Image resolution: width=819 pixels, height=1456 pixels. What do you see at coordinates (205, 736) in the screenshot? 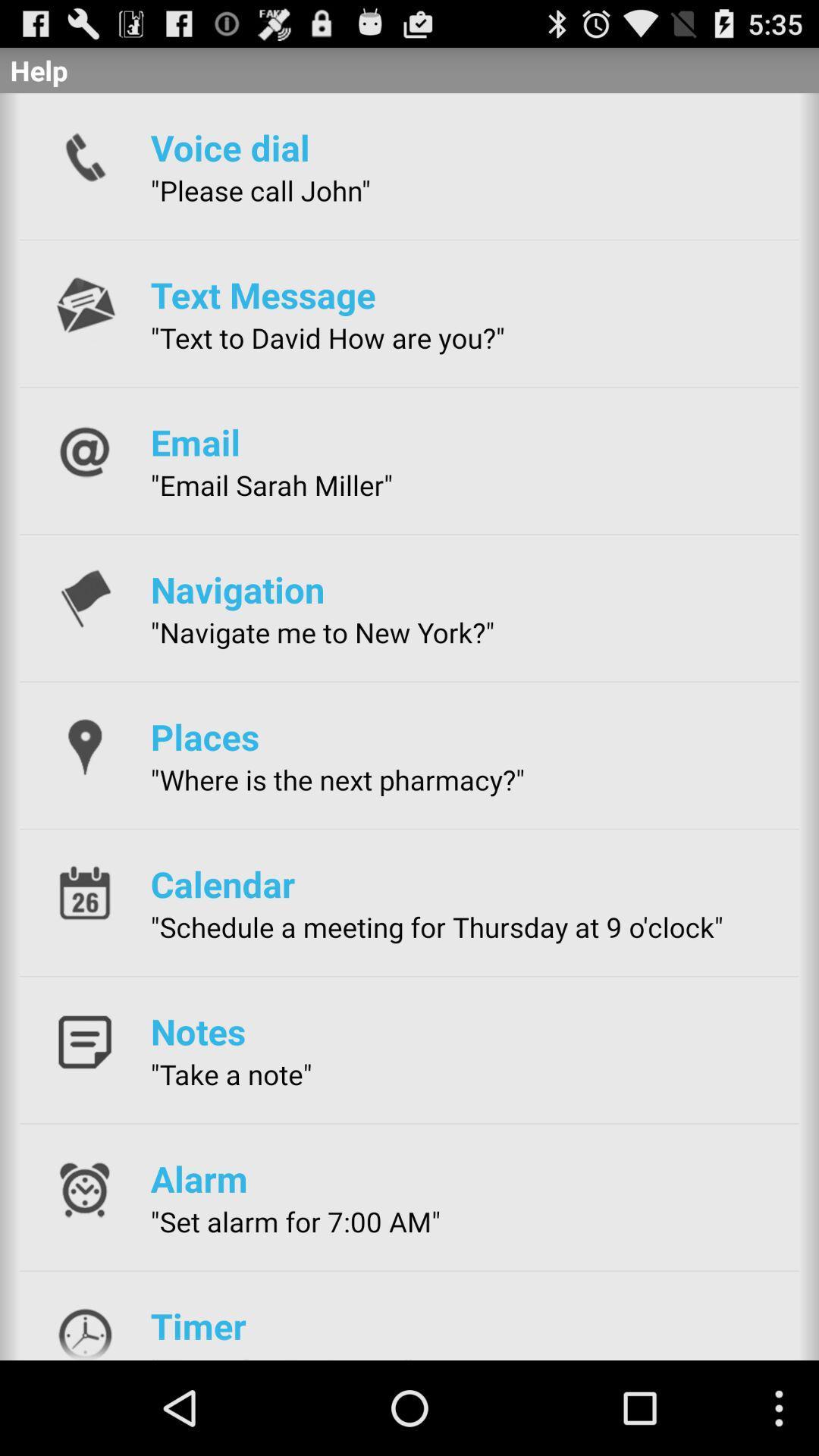
I see `icon above the where is the app` at bounding box center [205, 736].